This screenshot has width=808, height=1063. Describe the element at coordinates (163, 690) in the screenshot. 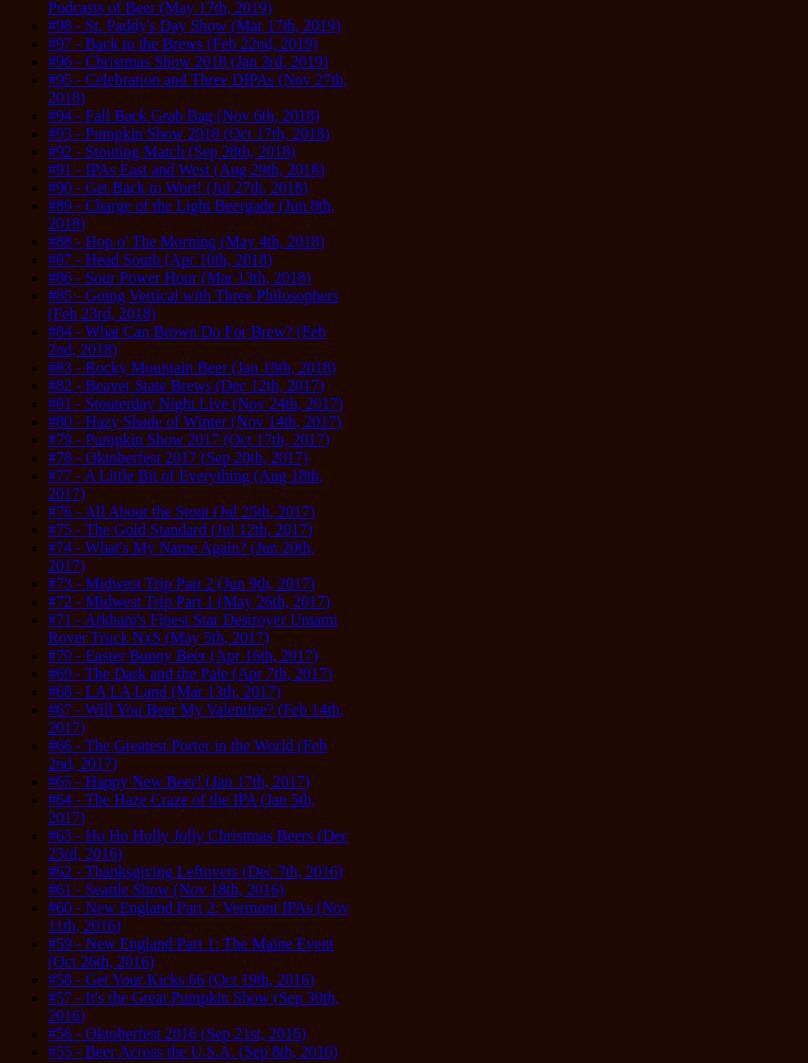

I see `'#68 - LA LA Land (Mar 13th, 2017)'` at that location.